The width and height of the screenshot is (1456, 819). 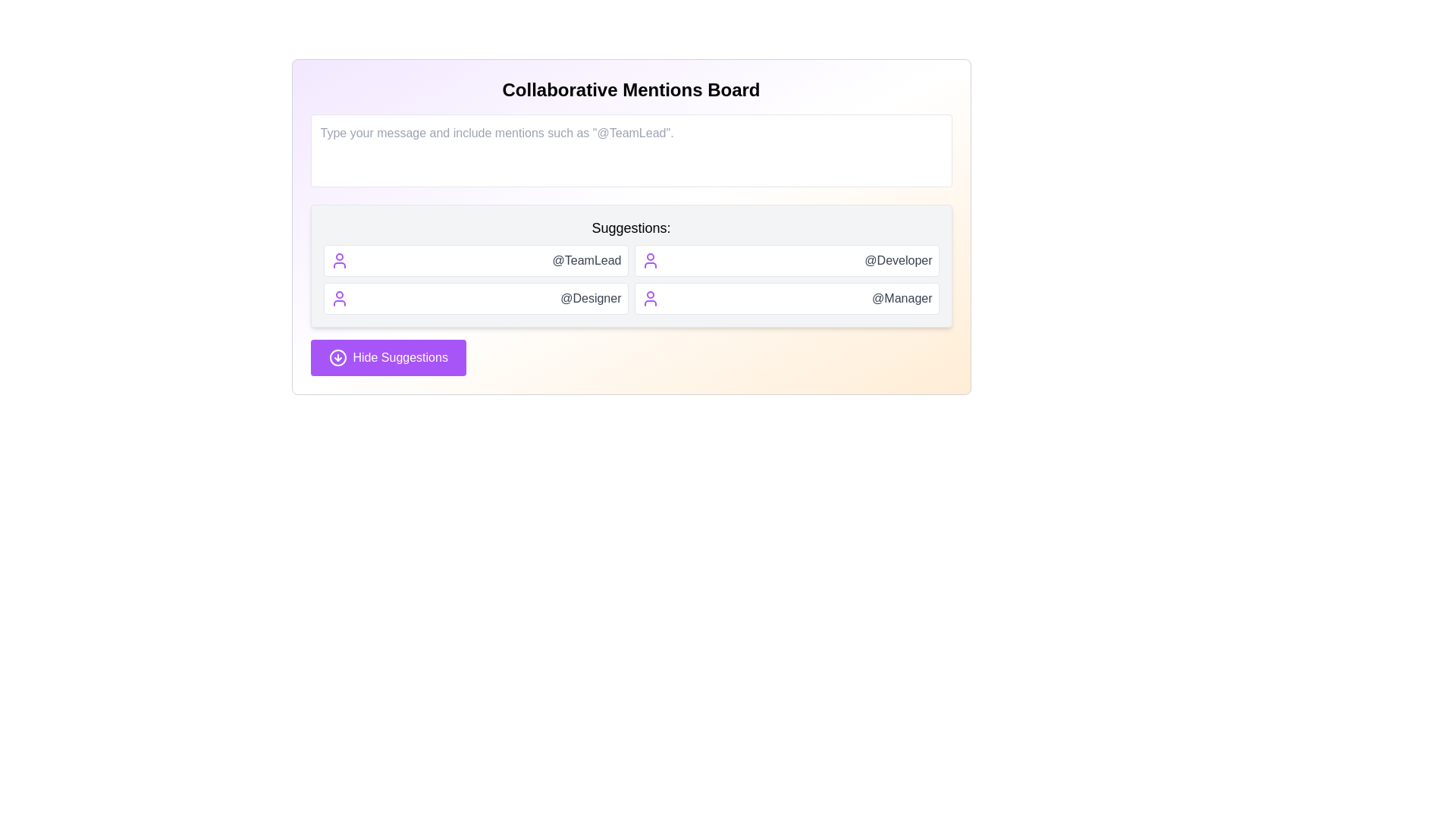 What do you see at coordinates (388, 357) in the screenshot?
I see `the 'Hide Suggestions' button with a vibrant purple background and white text` at bounding box center [388, 357].